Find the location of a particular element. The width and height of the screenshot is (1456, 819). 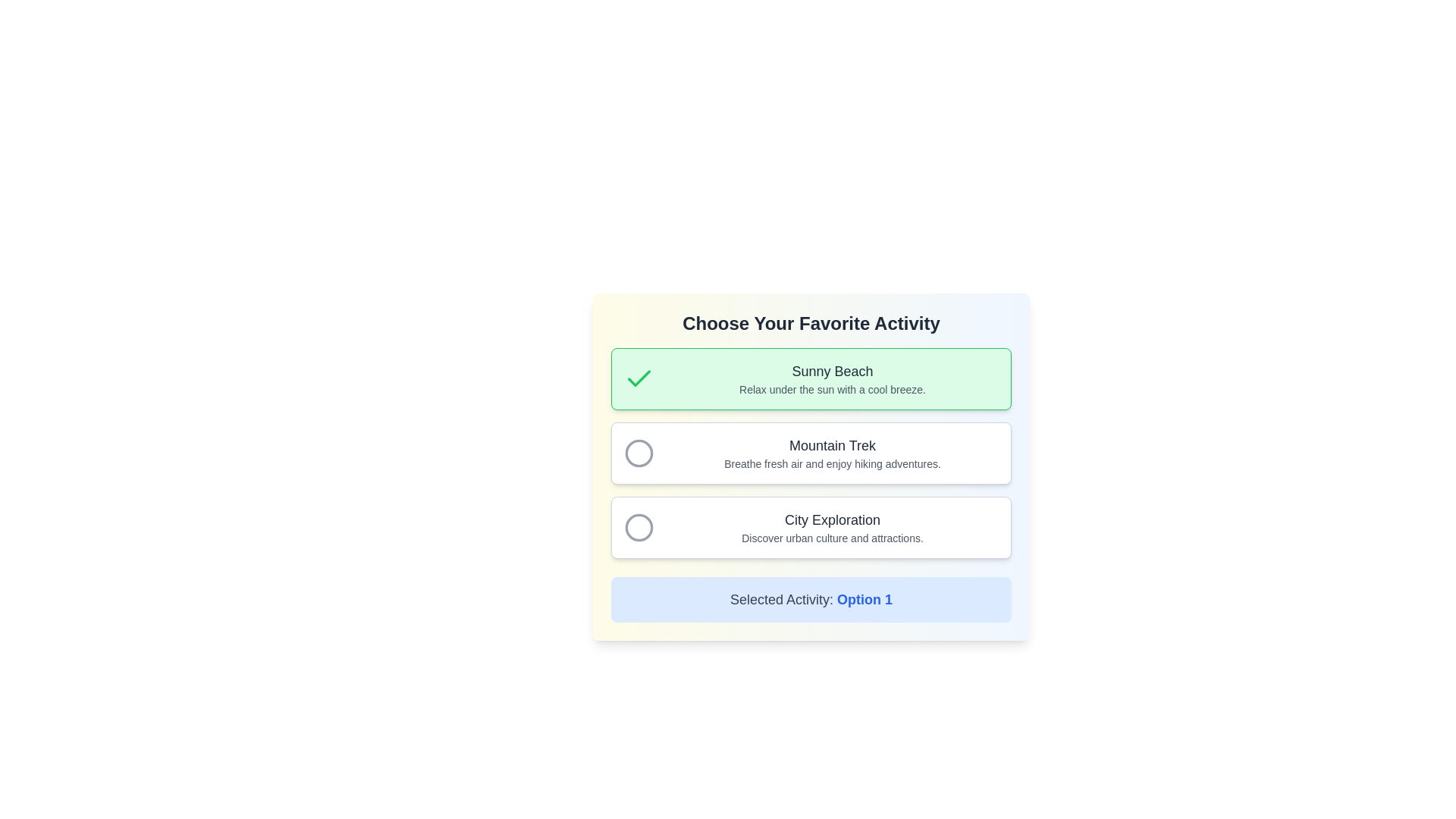

the selectable icon for 'Mountain Trek' is located at coordinates (639, 452).